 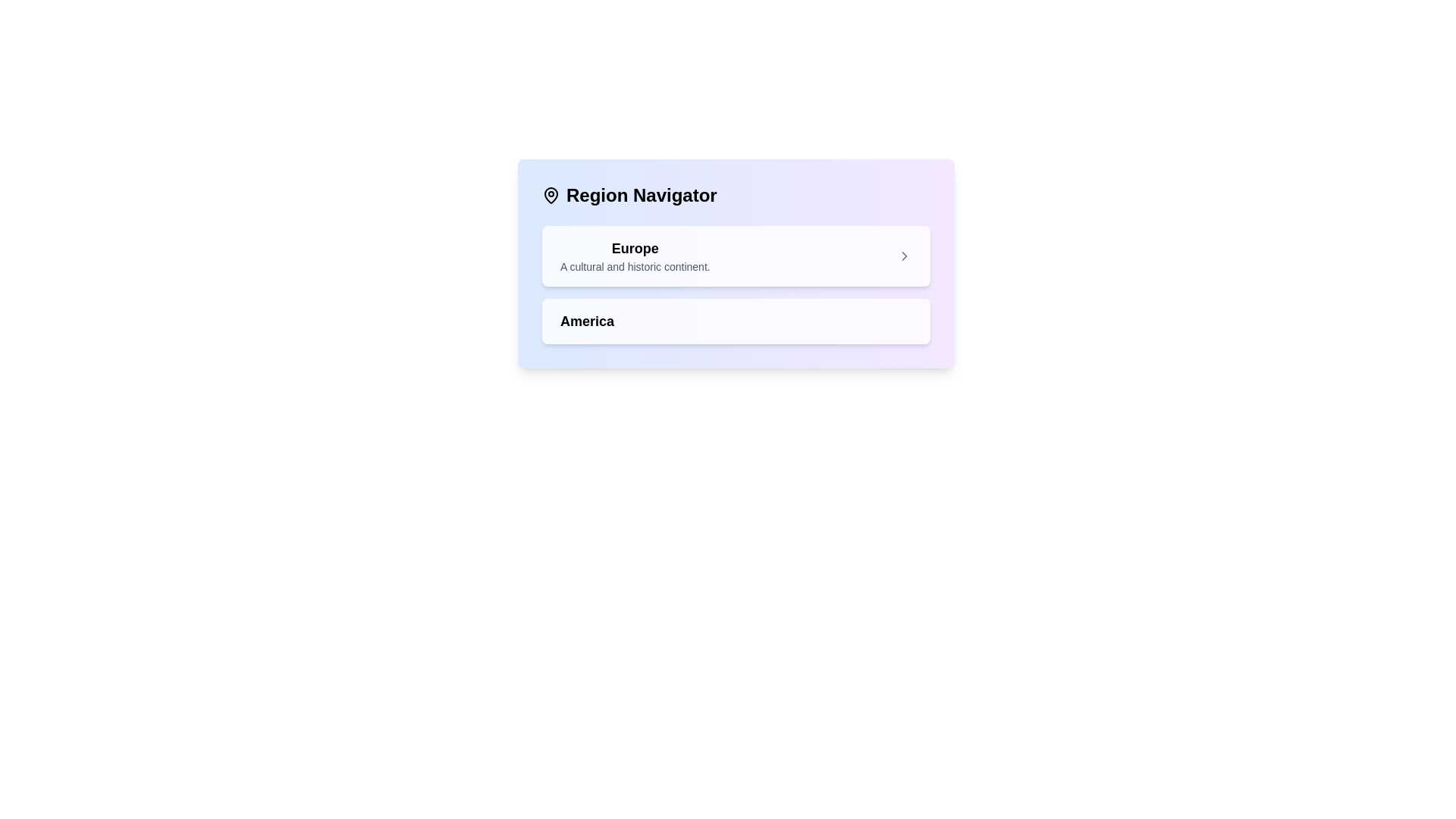 I want to click on the 'America' button located in the 'Region Navigator' section, which follows the 'Europe' button in the vertical list, so click(x=736, y=321).